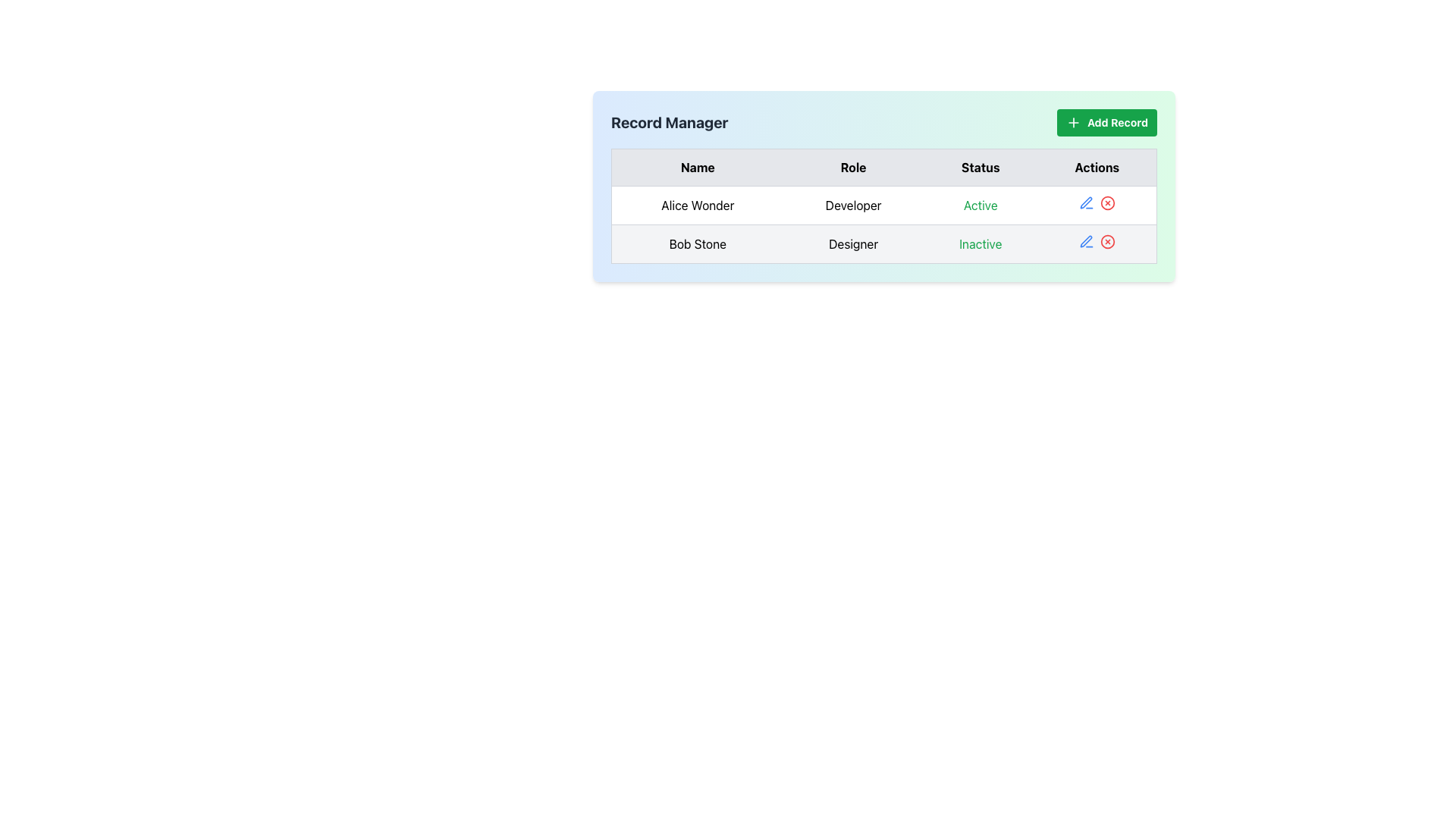  What do you see at coordinates (1097, 167) in the screenshot?
I see `the 'Actions' column header text label, which is the fourth column header in the table layout and is positioned on the rightmost side of the header row` at bounding box center [1097, 167].